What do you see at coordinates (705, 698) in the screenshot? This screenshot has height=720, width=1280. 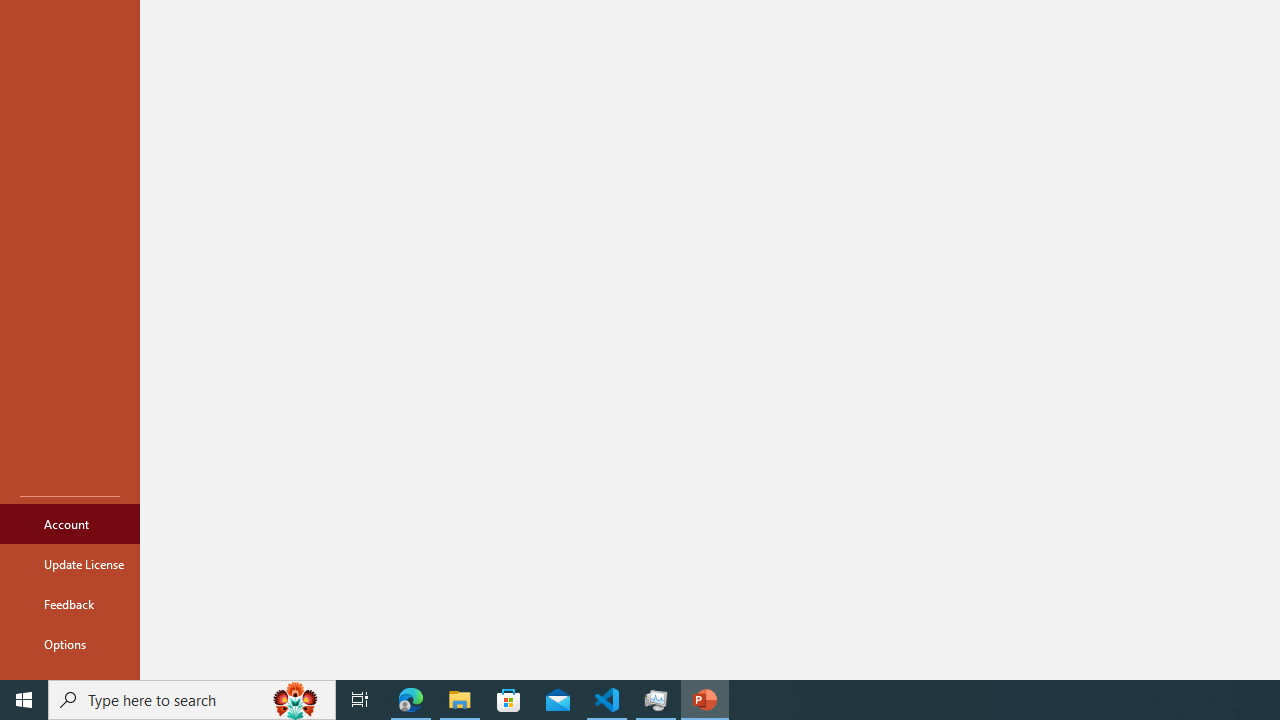 I see `'PowerPoint - 1 running window'` at bounding box center [705, 698].